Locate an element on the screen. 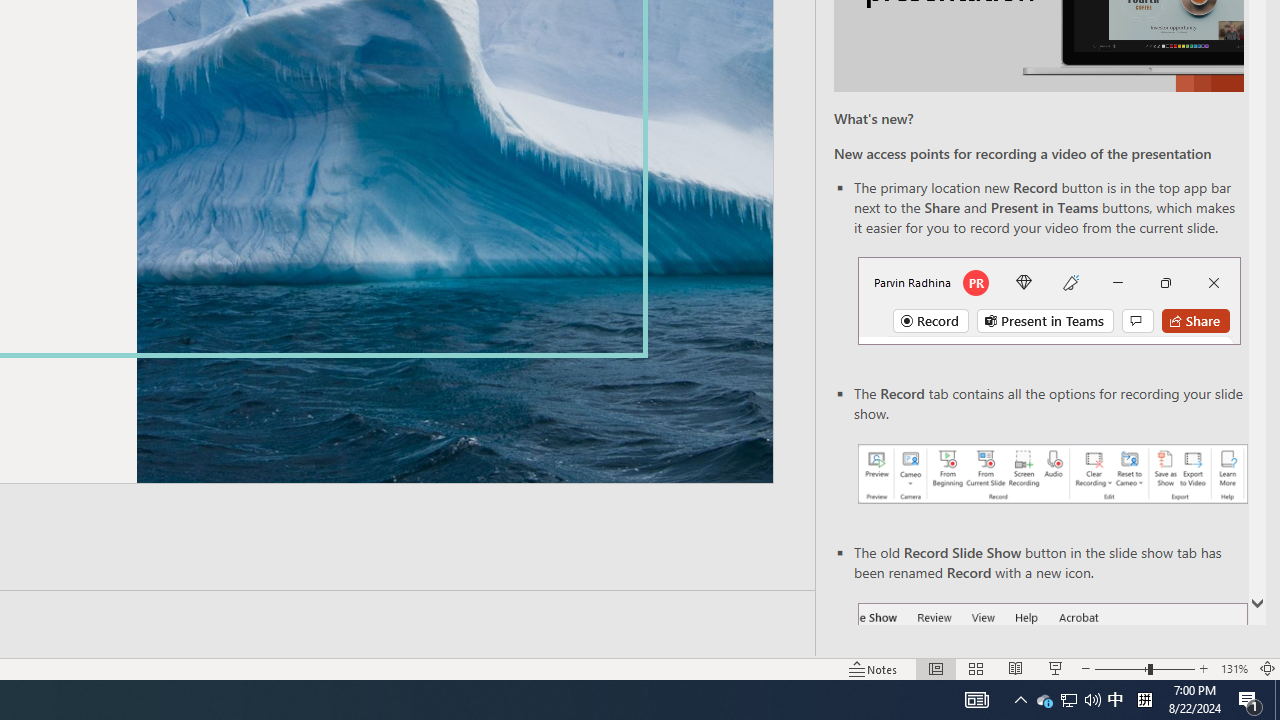 The width and height of the screenshot is (1280, 720). 'Record your presentations screenshot one' is located at coordinates (1051, 474).